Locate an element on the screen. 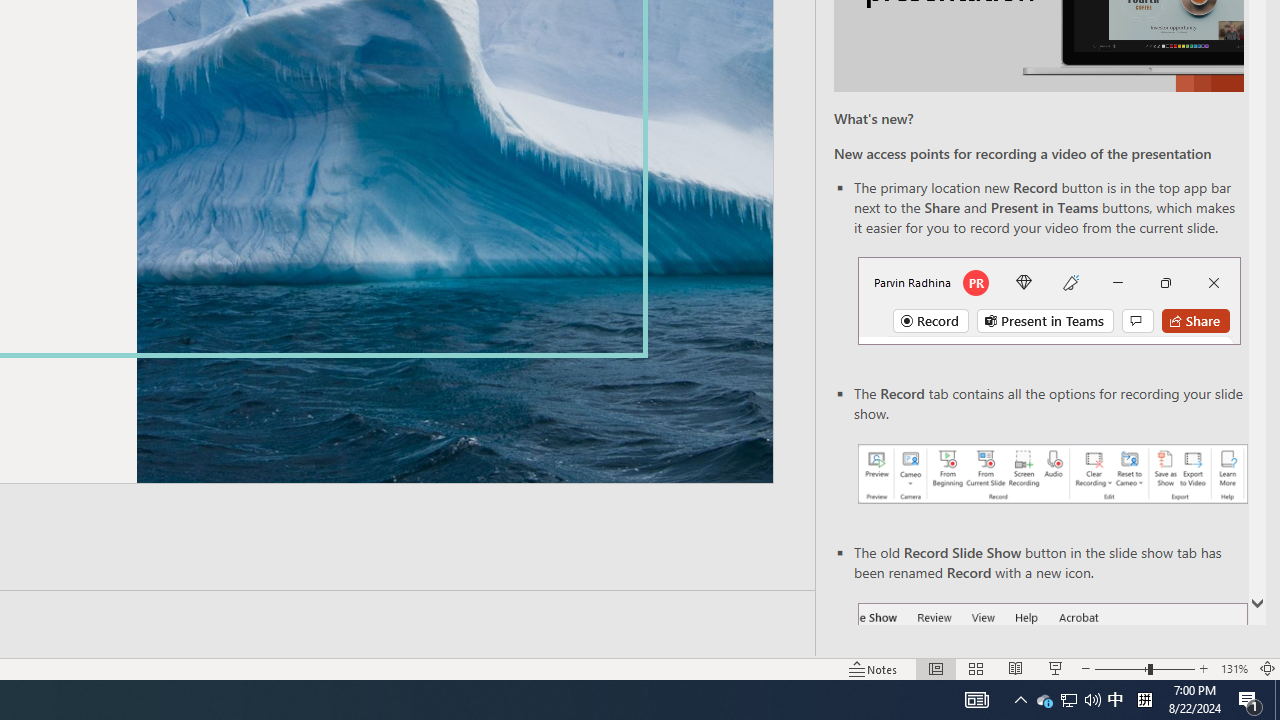 The width and height of the screenshot is (1280, 720). 'Record your presentations screenshot one' is located at coordinates (1051, 474).